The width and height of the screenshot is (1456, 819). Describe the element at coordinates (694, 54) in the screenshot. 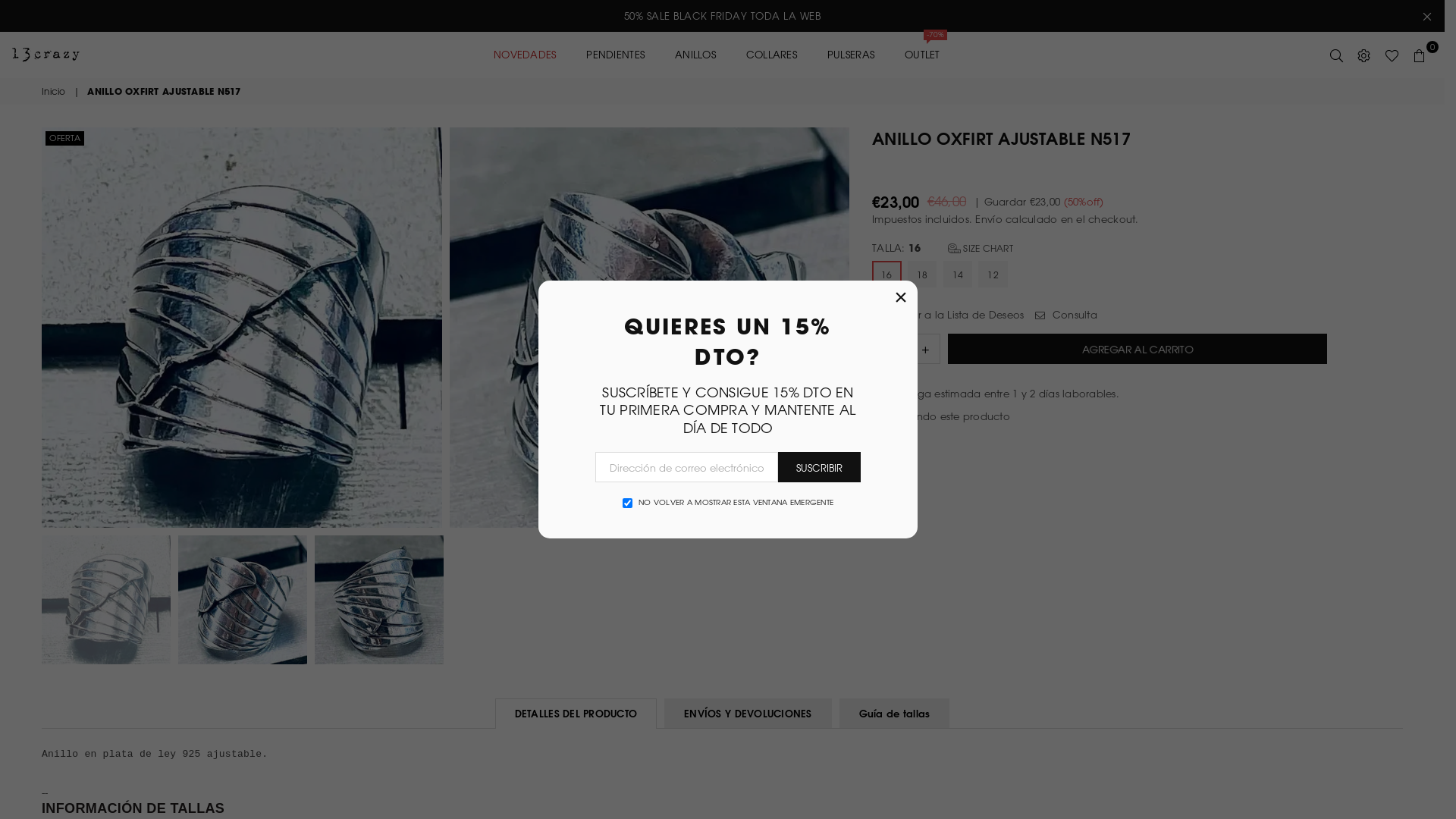

I see `'ANILLOS'` at that location.